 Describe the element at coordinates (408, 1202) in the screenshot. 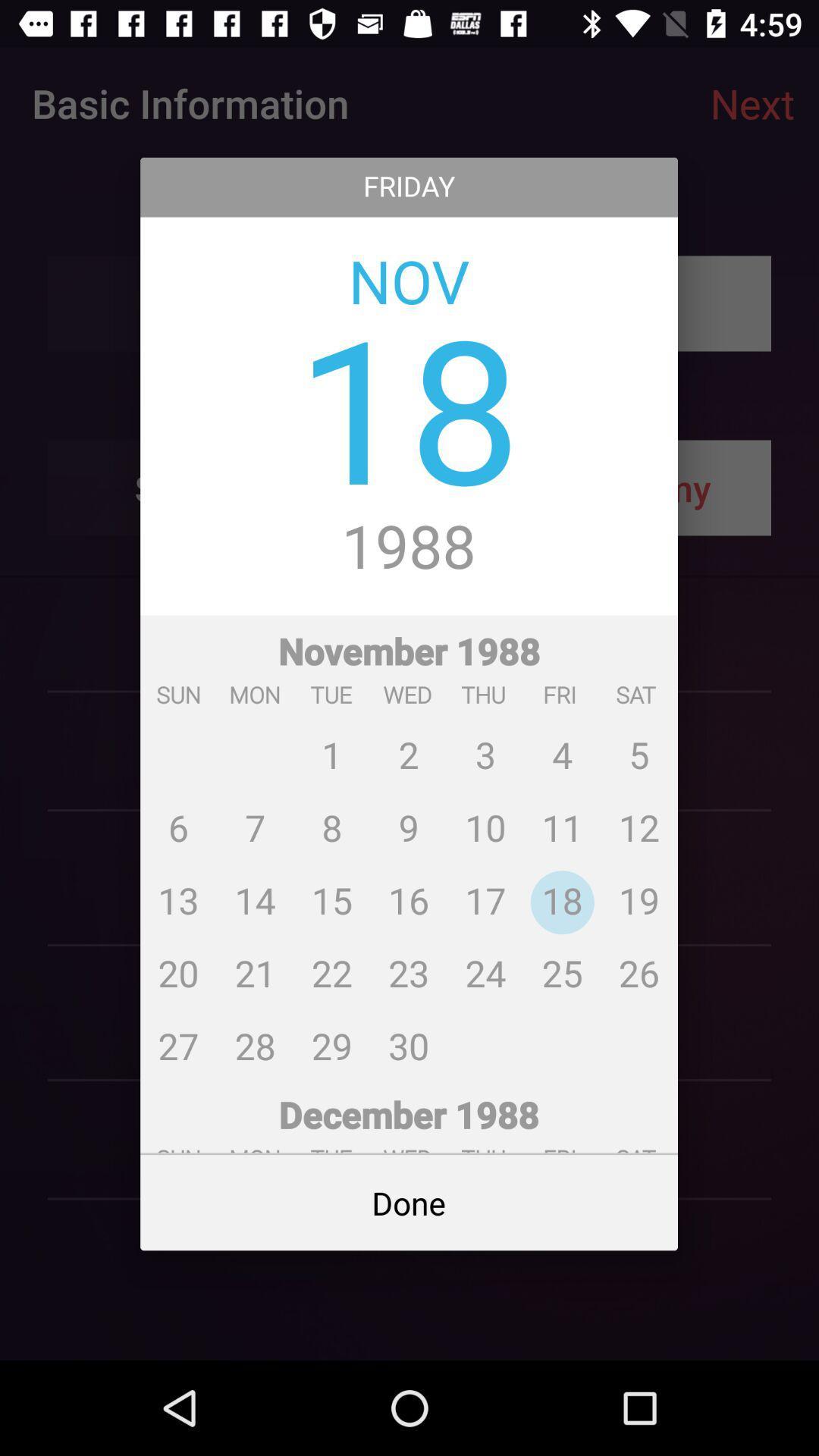

I see `the done icon` at that location.